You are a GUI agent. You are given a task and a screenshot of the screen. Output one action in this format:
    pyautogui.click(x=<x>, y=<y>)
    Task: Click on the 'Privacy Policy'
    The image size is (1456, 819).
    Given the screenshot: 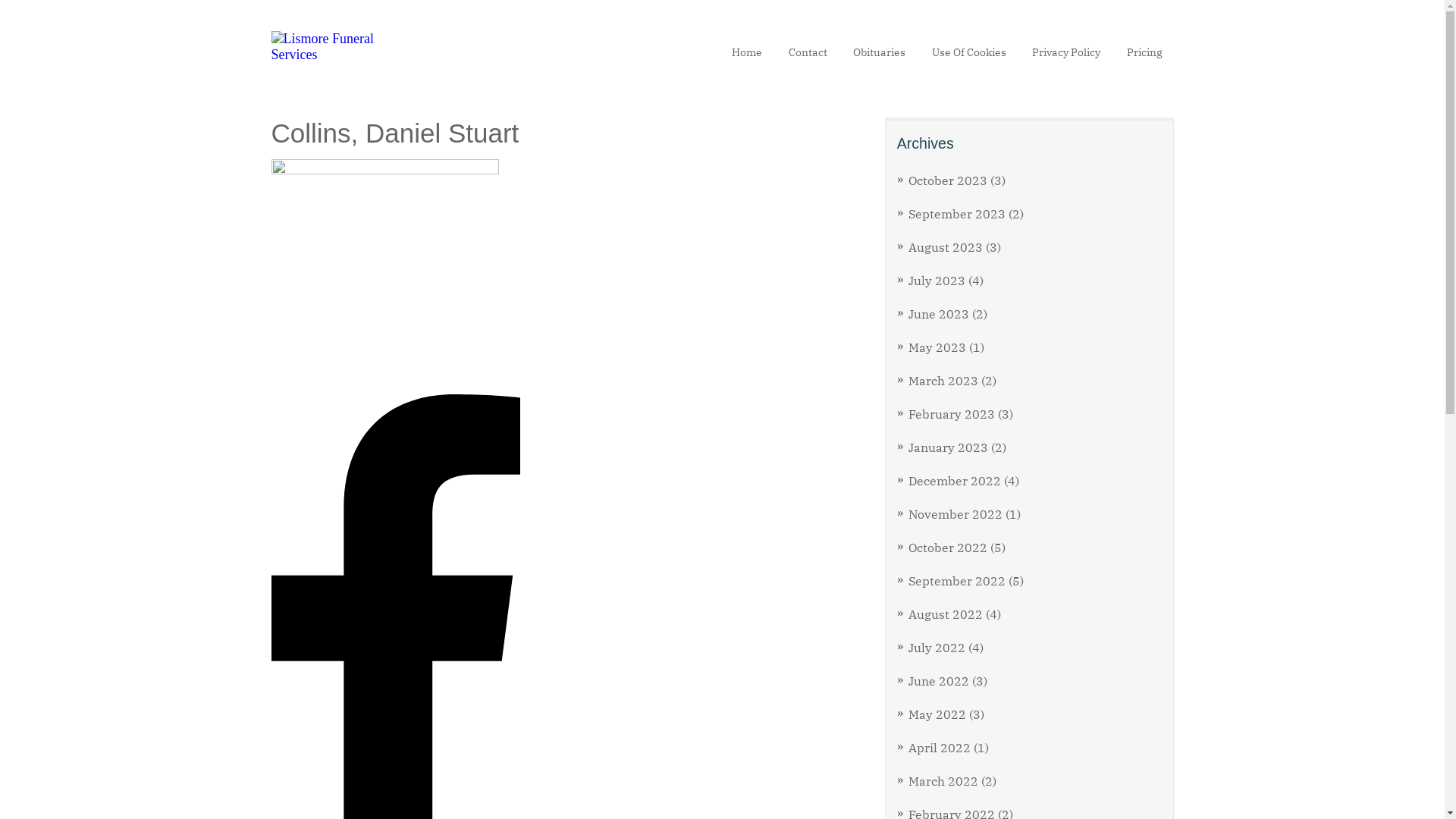 What is the action you would take?
    pyautogui.click(x=1065, y=52)
    